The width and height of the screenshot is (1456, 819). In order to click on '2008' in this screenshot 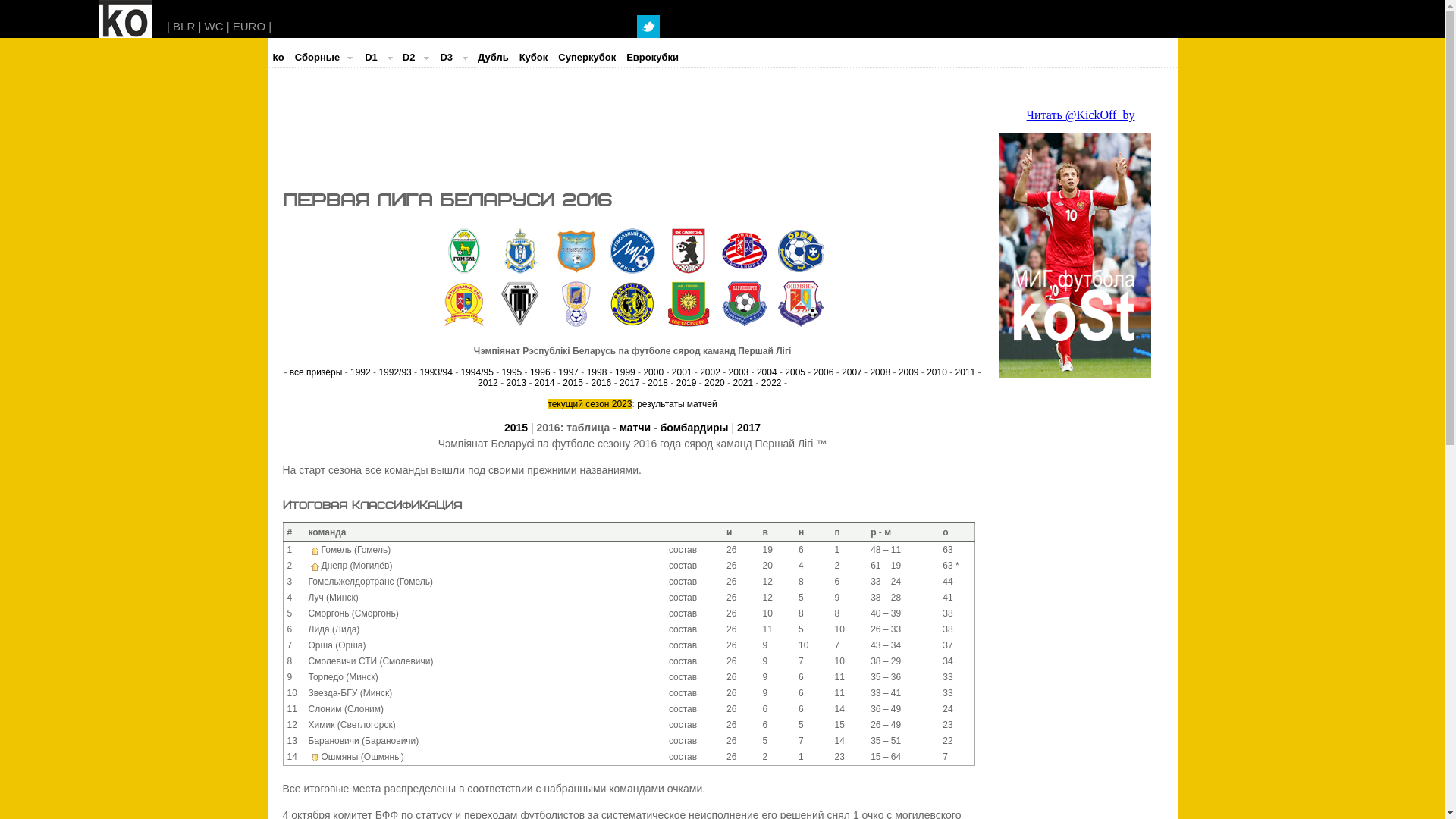, I will do `click(880, 372)`.